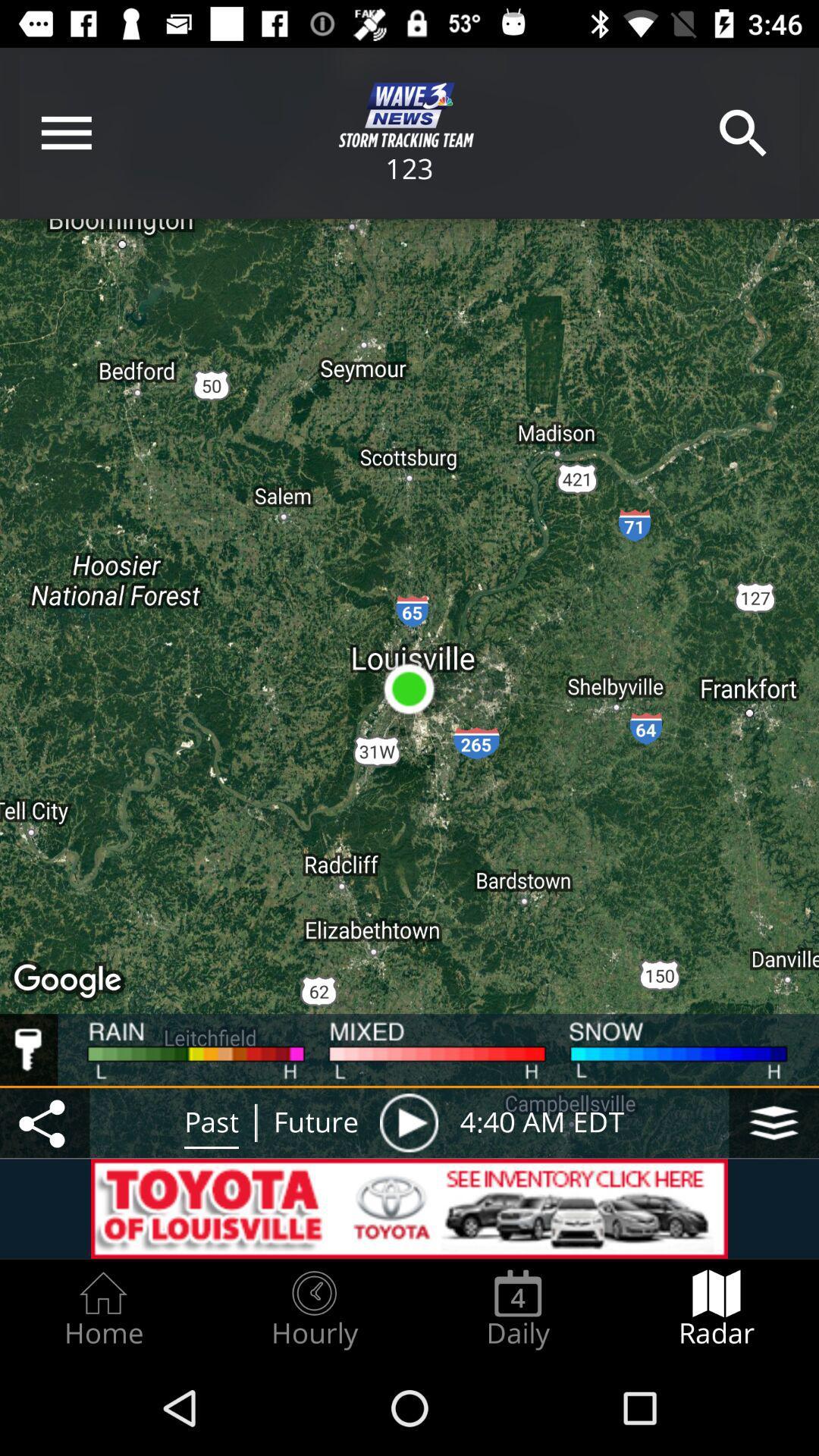 The width and height of the screenshot is (819, 1456). What do you see at coordinates (773, 1122) in the screenshot?
I see `item next to 4 40 am icon` at bounding box center [773, 1122].